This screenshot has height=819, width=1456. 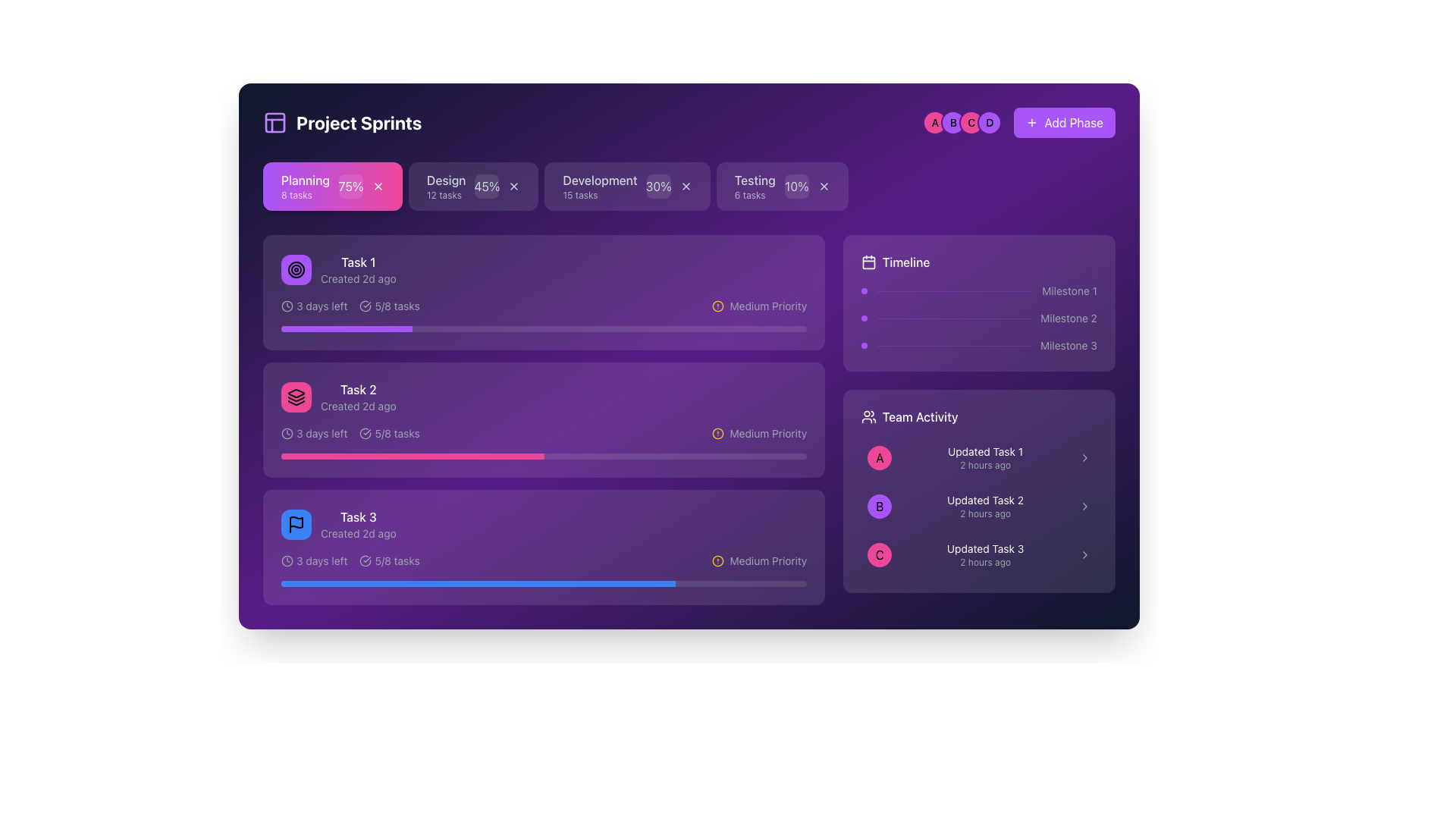 I want to click on the text label for 'Task 1', so click(x=357, y=262).